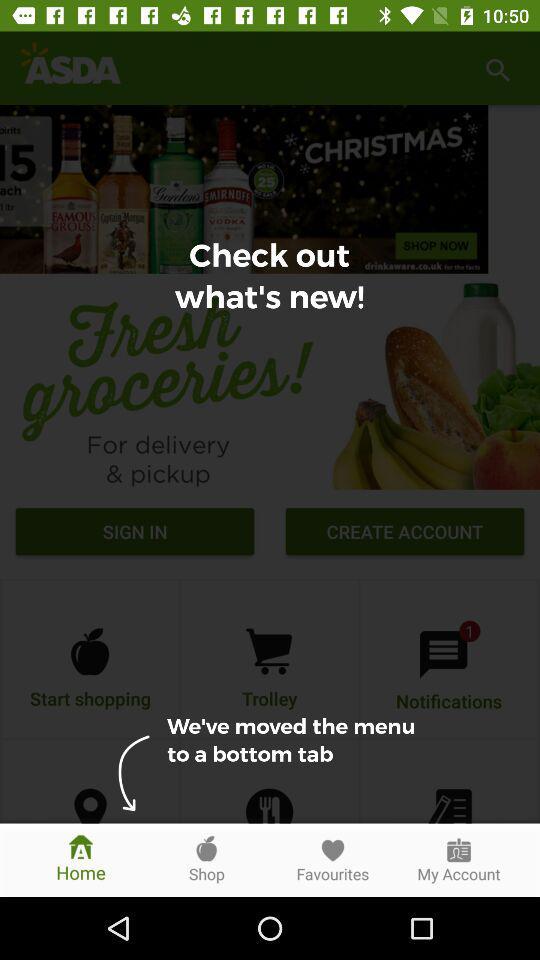 The image size is (540, 960). I want to click on icon above 1, so click(405, 533).